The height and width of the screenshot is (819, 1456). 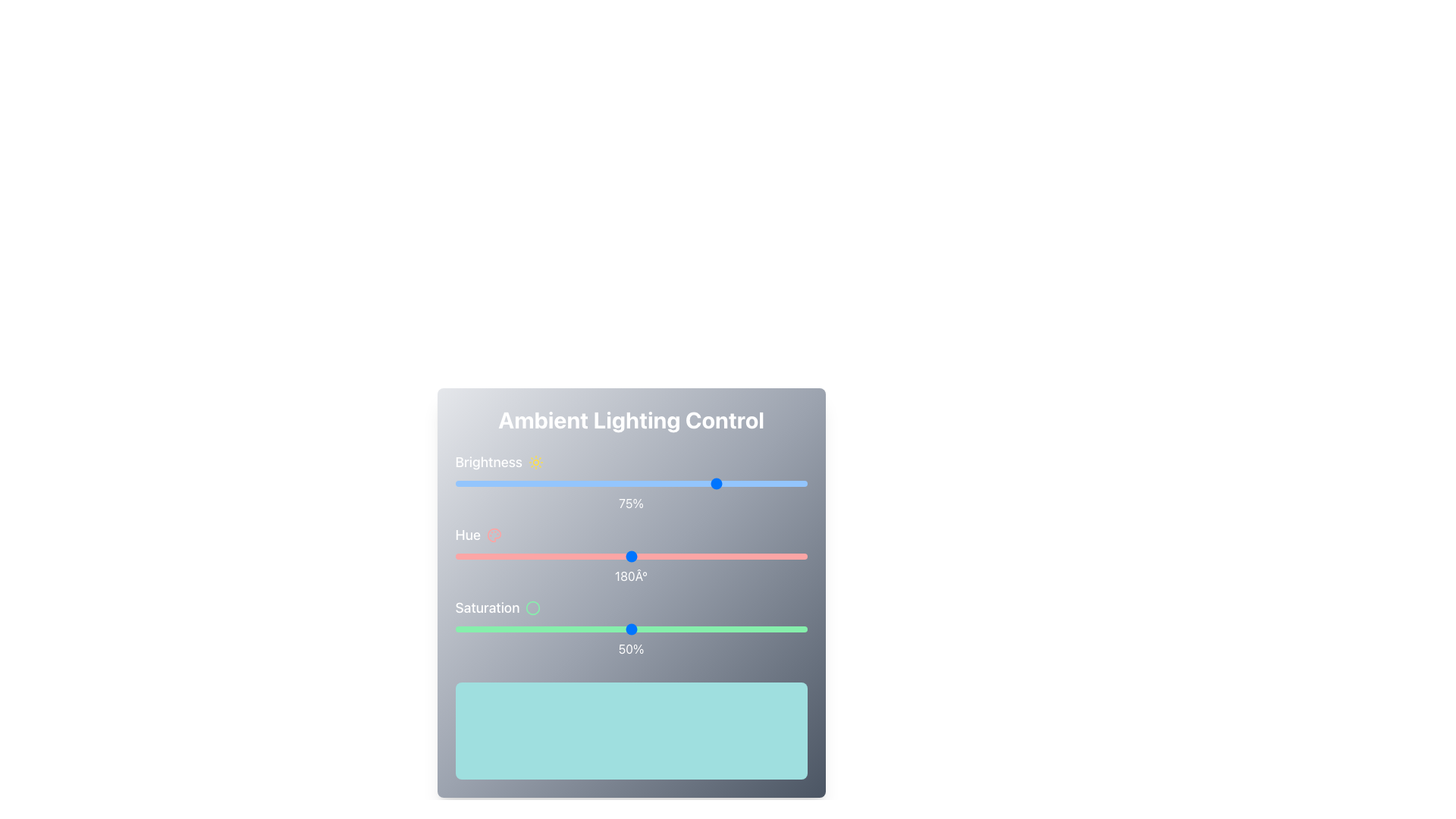 I want to click on saturation, so click(x=598, y=629).